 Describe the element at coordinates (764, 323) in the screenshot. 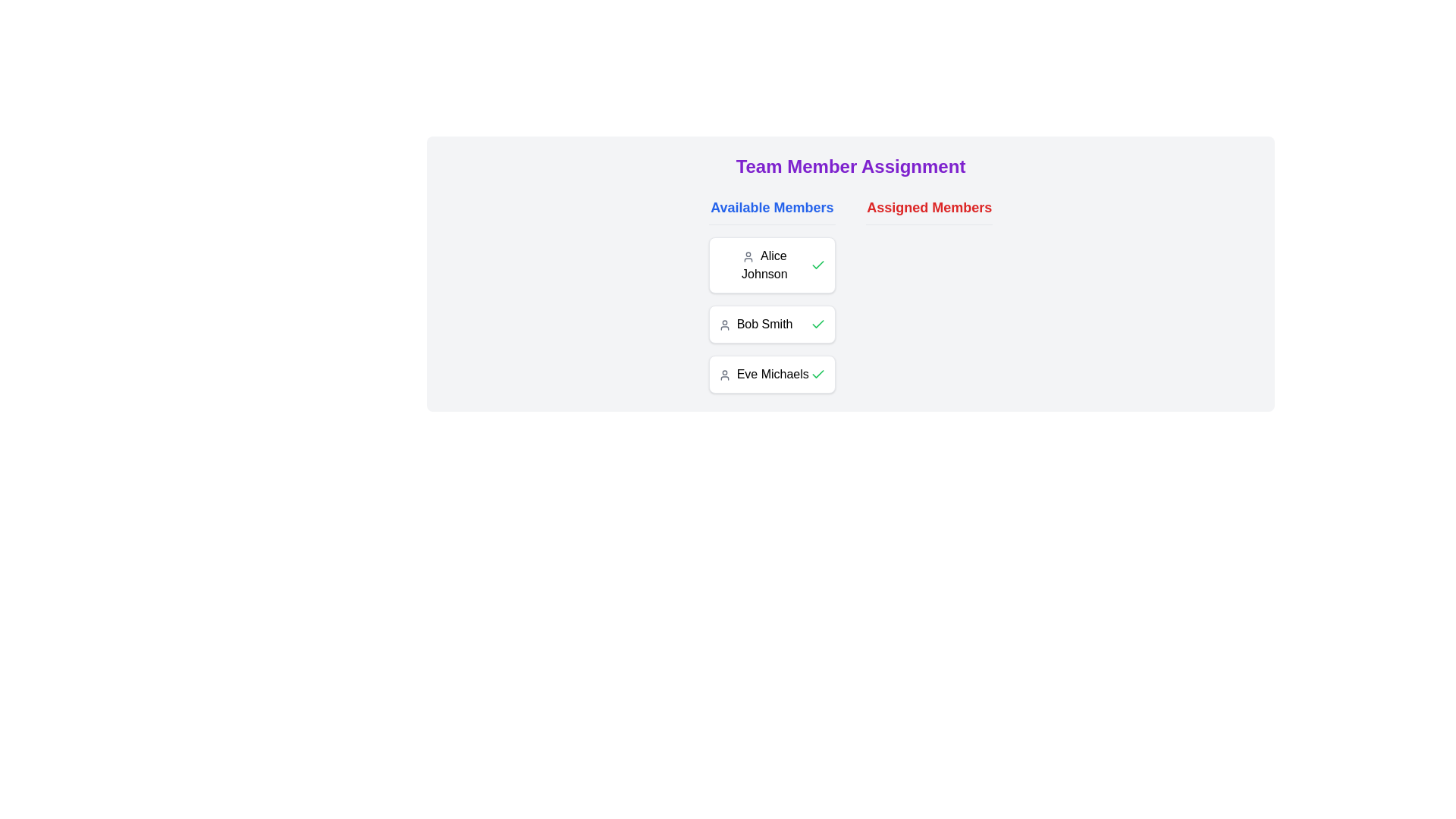

I see `the second member in the 'Available Members' section, which is located below 'Alice Johnson' and above 'Eve Michaels'` at that location.